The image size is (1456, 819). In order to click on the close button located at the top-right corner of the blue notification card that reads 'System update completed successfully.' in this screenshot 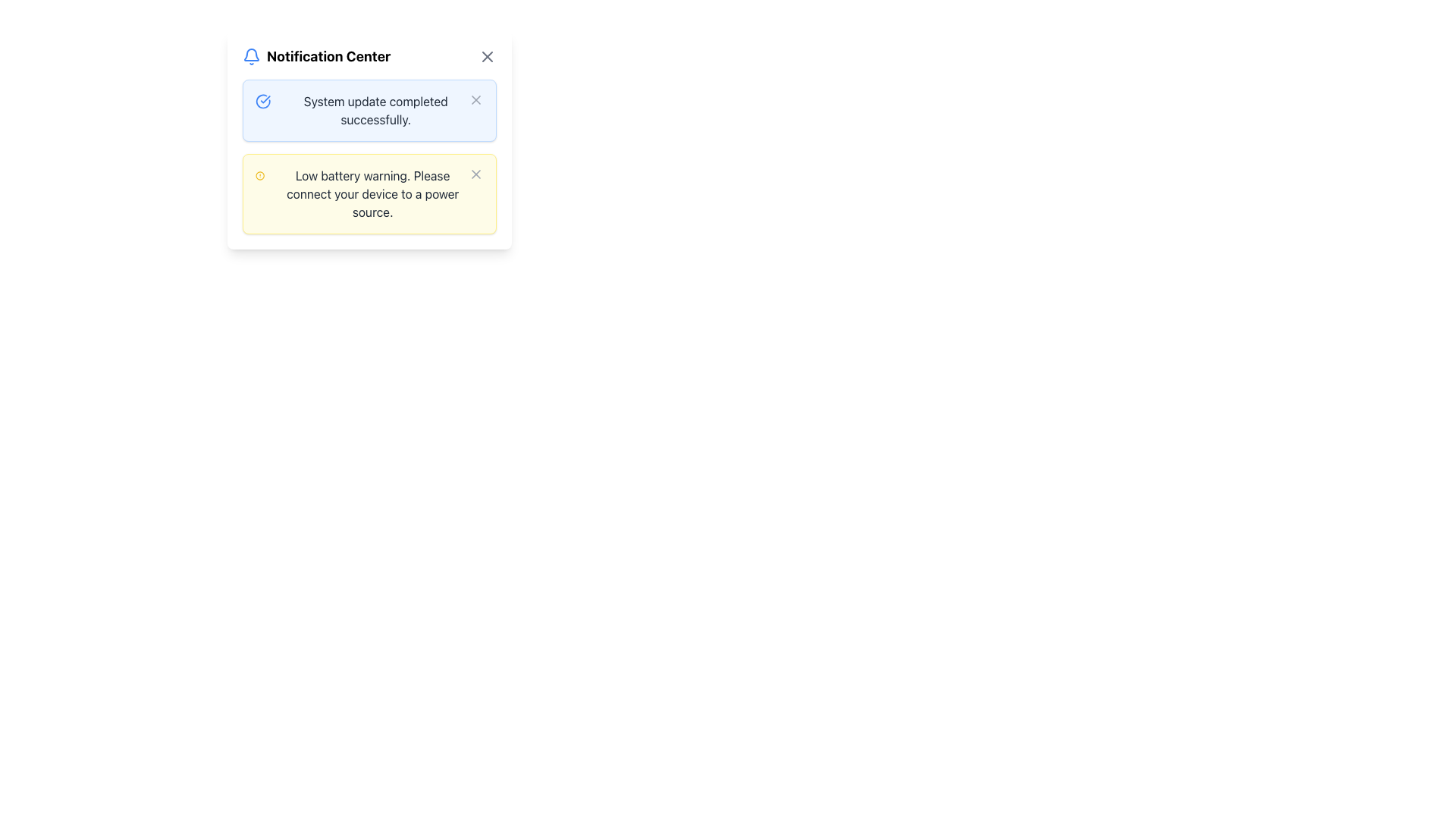, I will do `click(475, 99)`.